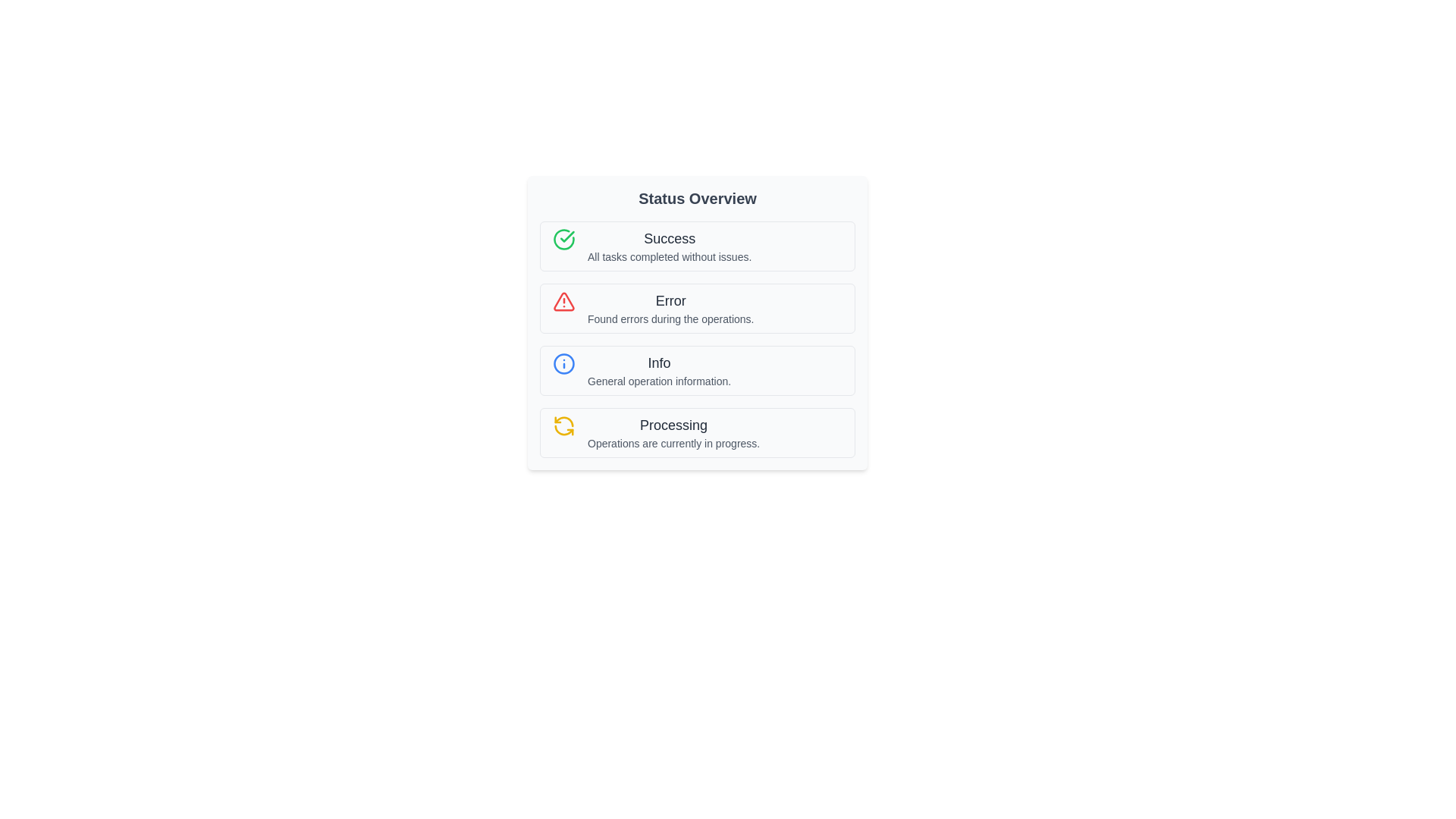 This screenshot has width=1456, height=819. I want to click on the error icon located in the 'Status Overview' section, so click(563, 301).